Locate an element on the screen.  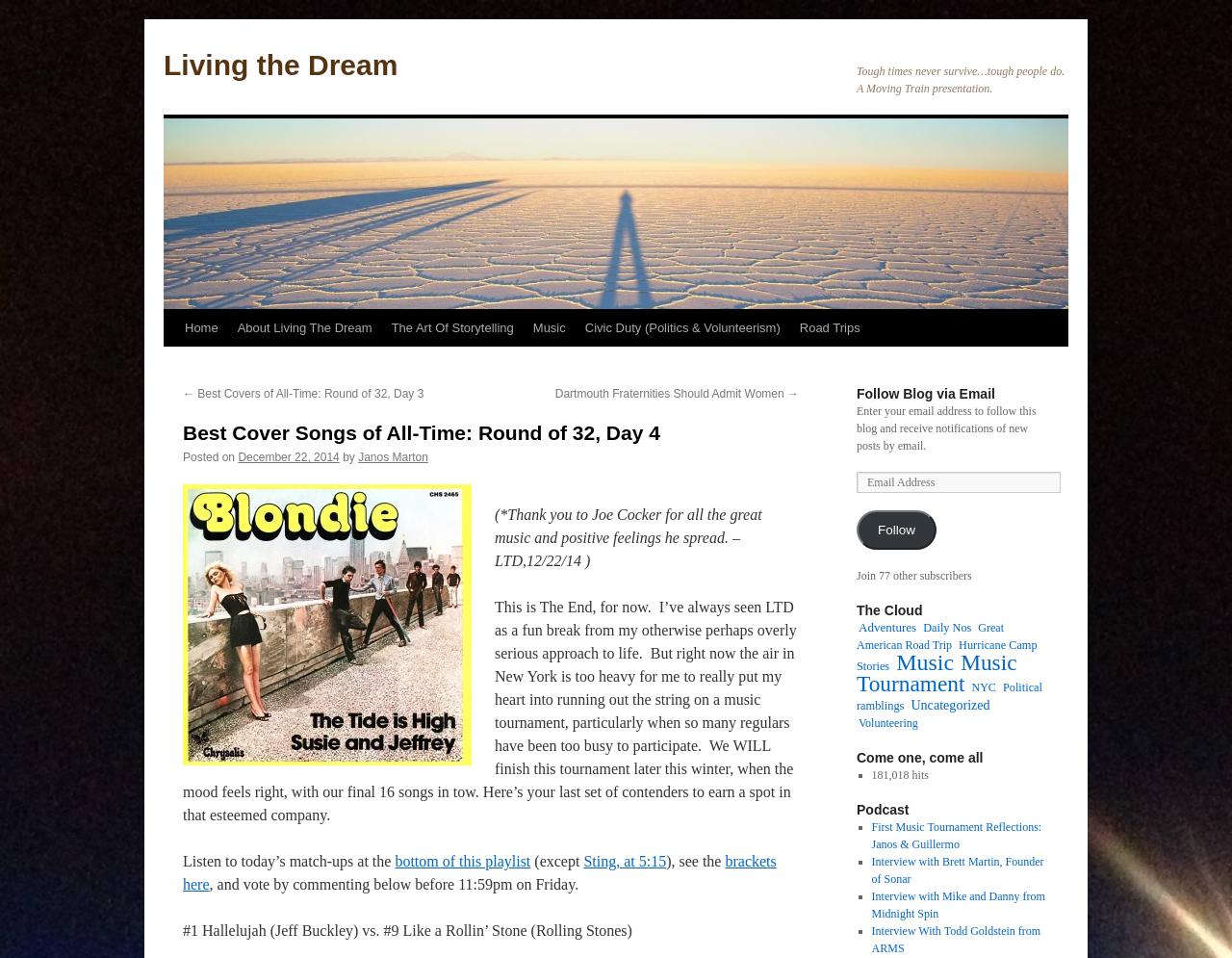
'Sting, at 5:15' is located at coordinates (624, 860).